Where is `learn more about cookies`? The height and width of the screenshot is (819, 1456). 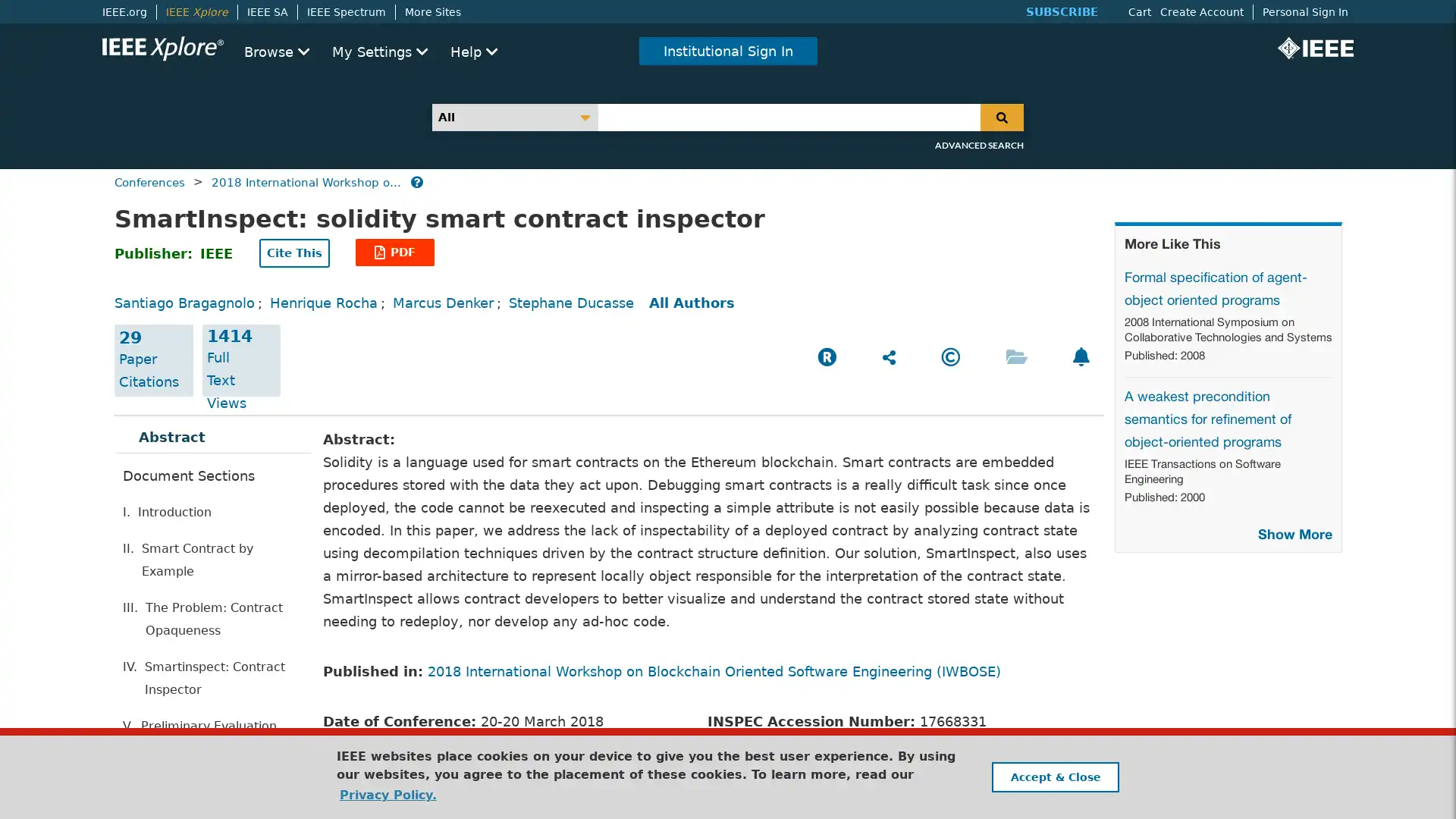 learn more about cookies is located at coordinates (387, 794).